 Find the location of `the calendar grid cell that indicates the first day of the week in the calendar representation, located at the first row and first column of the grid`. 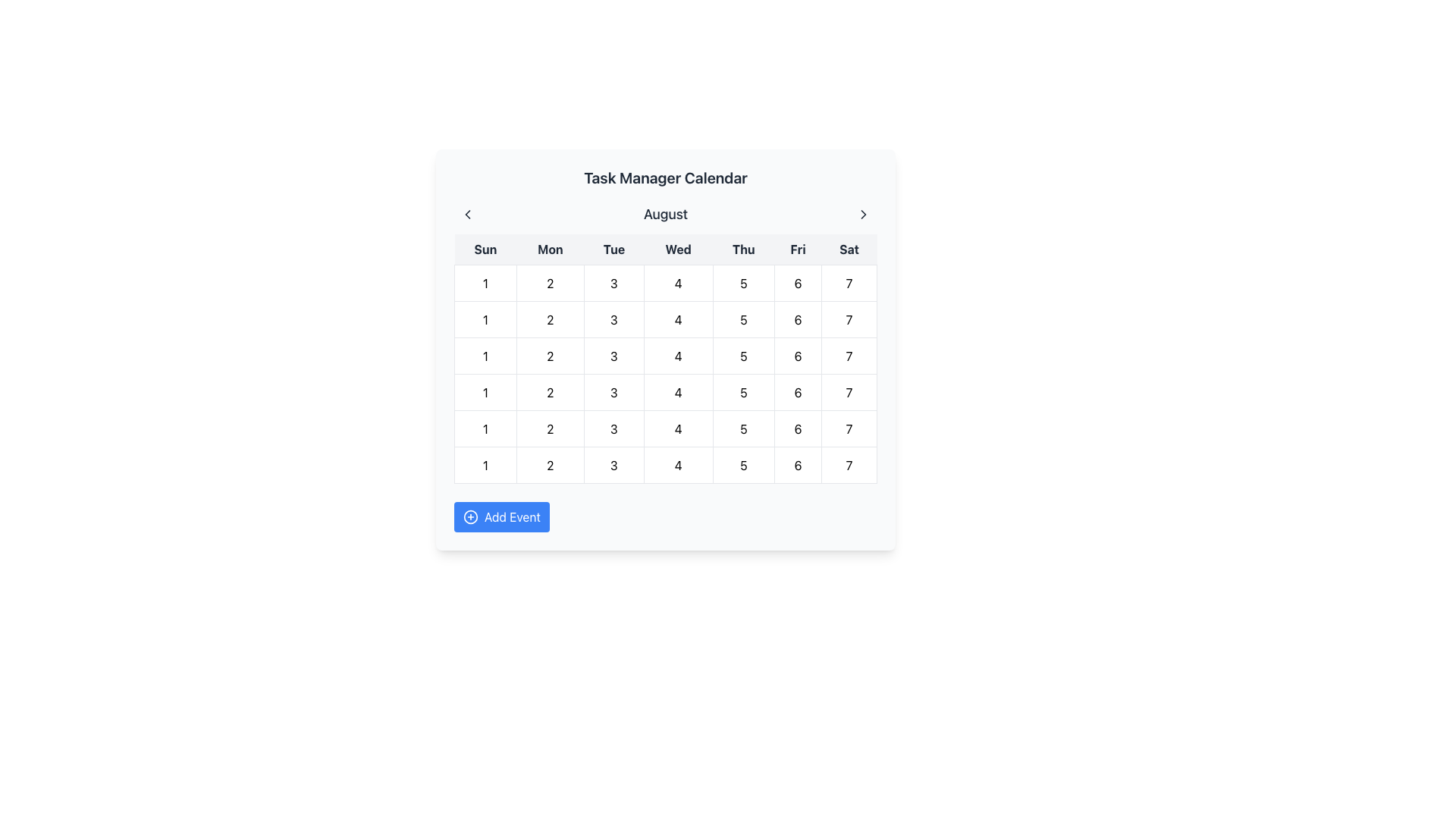

the calendar grid cell that indicates the first day of the week in the calendar representation, located at the first row and first column of the grid is located at coordinates (485, 283).